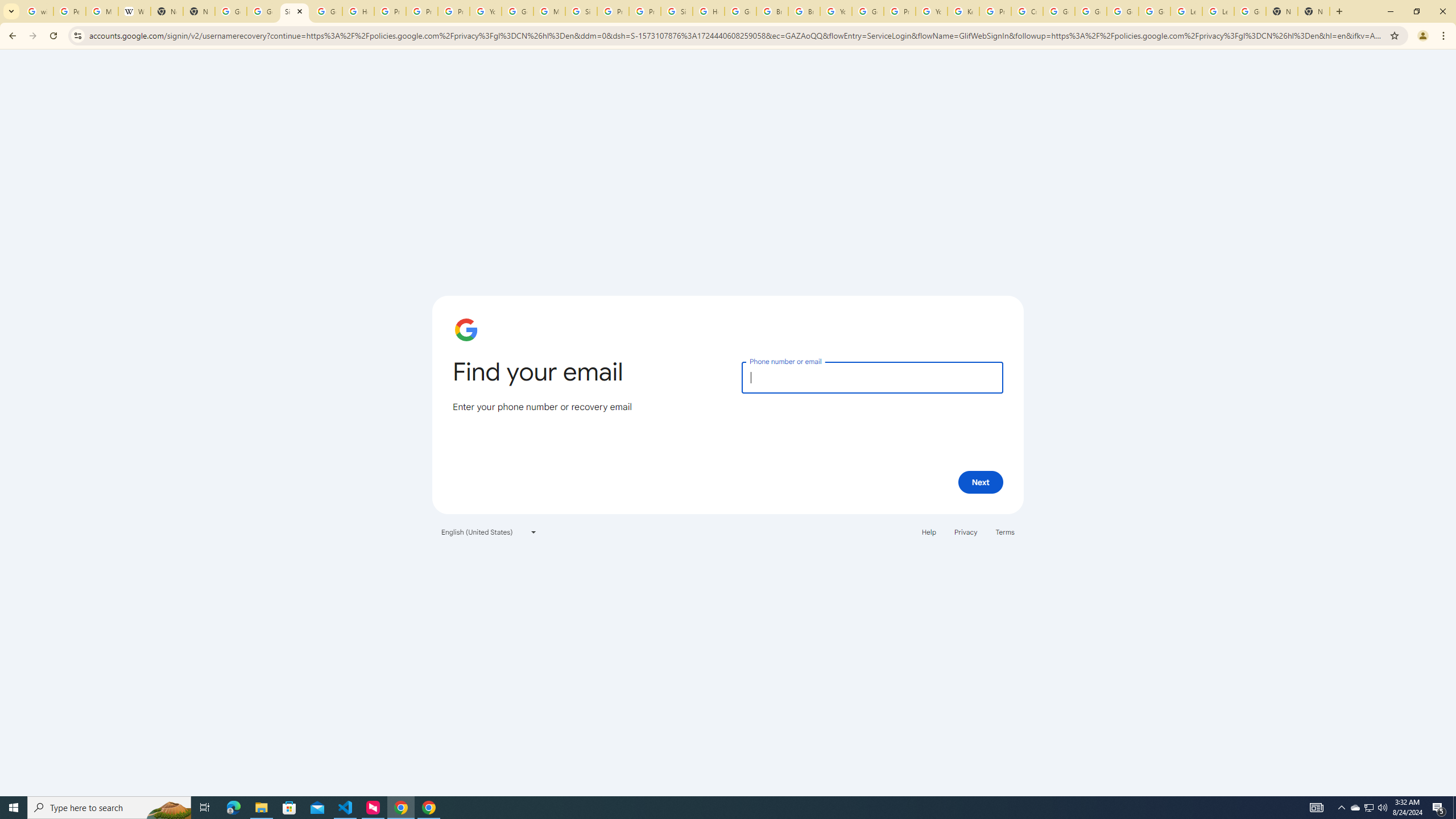 This screenshot has width=1456, height=819. I want to click on 'Phone number or email', so click(871, 377).